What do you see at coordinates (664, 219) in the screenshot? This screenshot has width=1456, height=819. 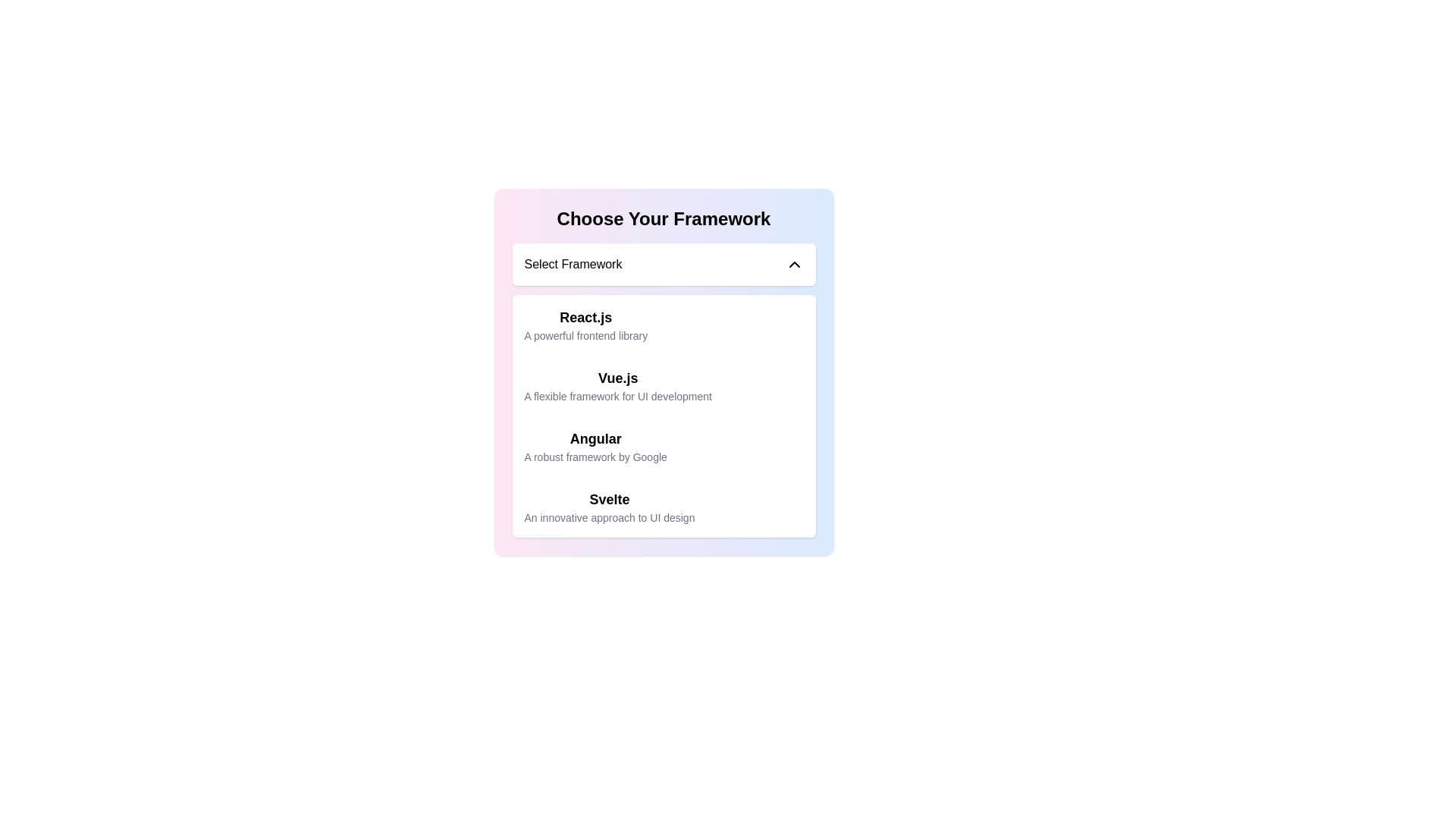 I see `the bold, large heading text labeled 'Choose Your Framework' that is centrally positioned at the top of the card layout` at bounding box center [664, 219].